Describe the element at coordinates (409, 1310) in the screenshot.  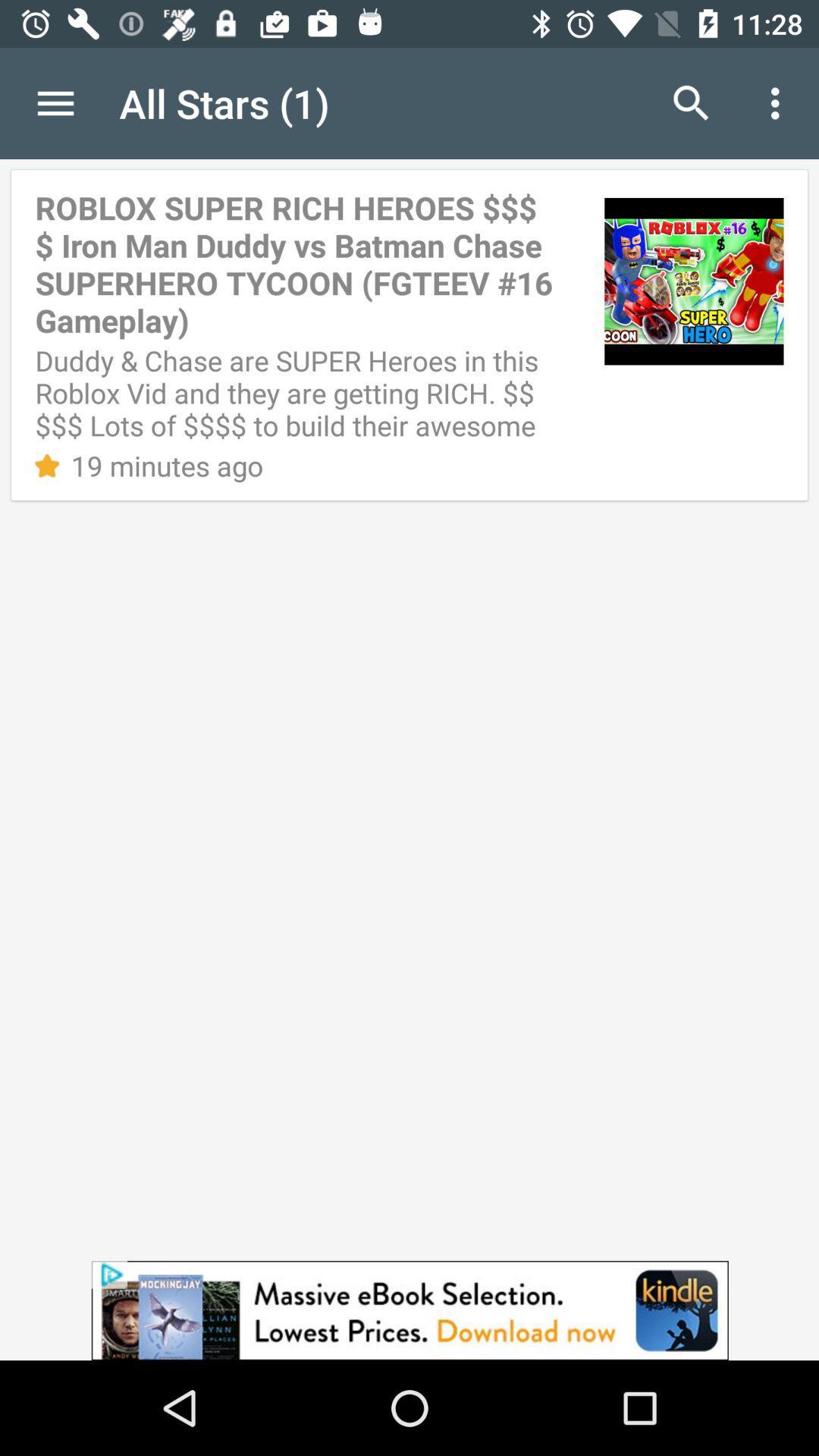
I see `advertisement option` at that location.